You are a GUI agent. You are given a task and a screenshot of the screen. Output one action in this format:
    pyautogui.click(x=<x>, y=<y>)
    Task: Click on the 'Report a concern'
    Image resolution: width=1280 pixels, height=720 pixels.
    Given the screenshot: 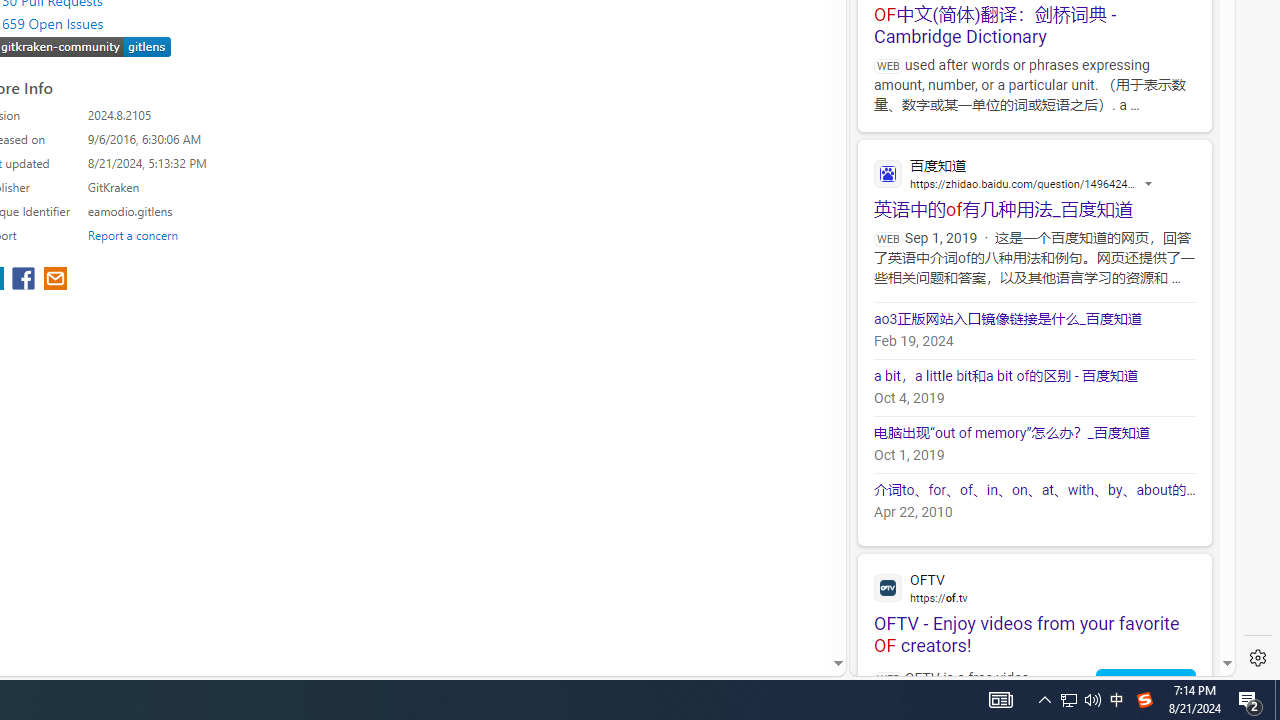 What is the action you would take?
    pyautogui.click(x=132, y=234)
    